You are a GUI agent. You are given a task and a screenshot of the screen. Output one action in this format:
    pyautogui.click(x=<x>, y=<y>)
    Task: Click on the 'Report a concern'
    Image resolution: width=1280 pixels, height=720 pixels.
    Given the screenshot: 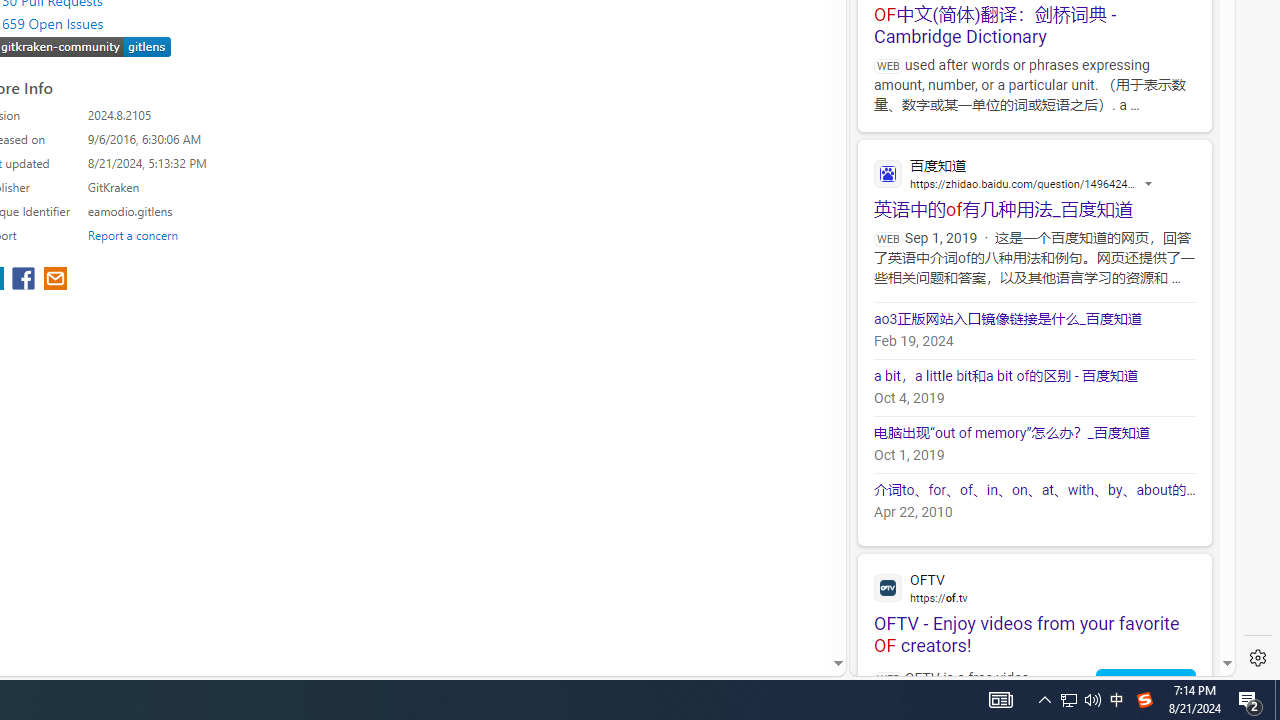 What is the action you would take?
    pyautogui.click(x=132, y=234)
    